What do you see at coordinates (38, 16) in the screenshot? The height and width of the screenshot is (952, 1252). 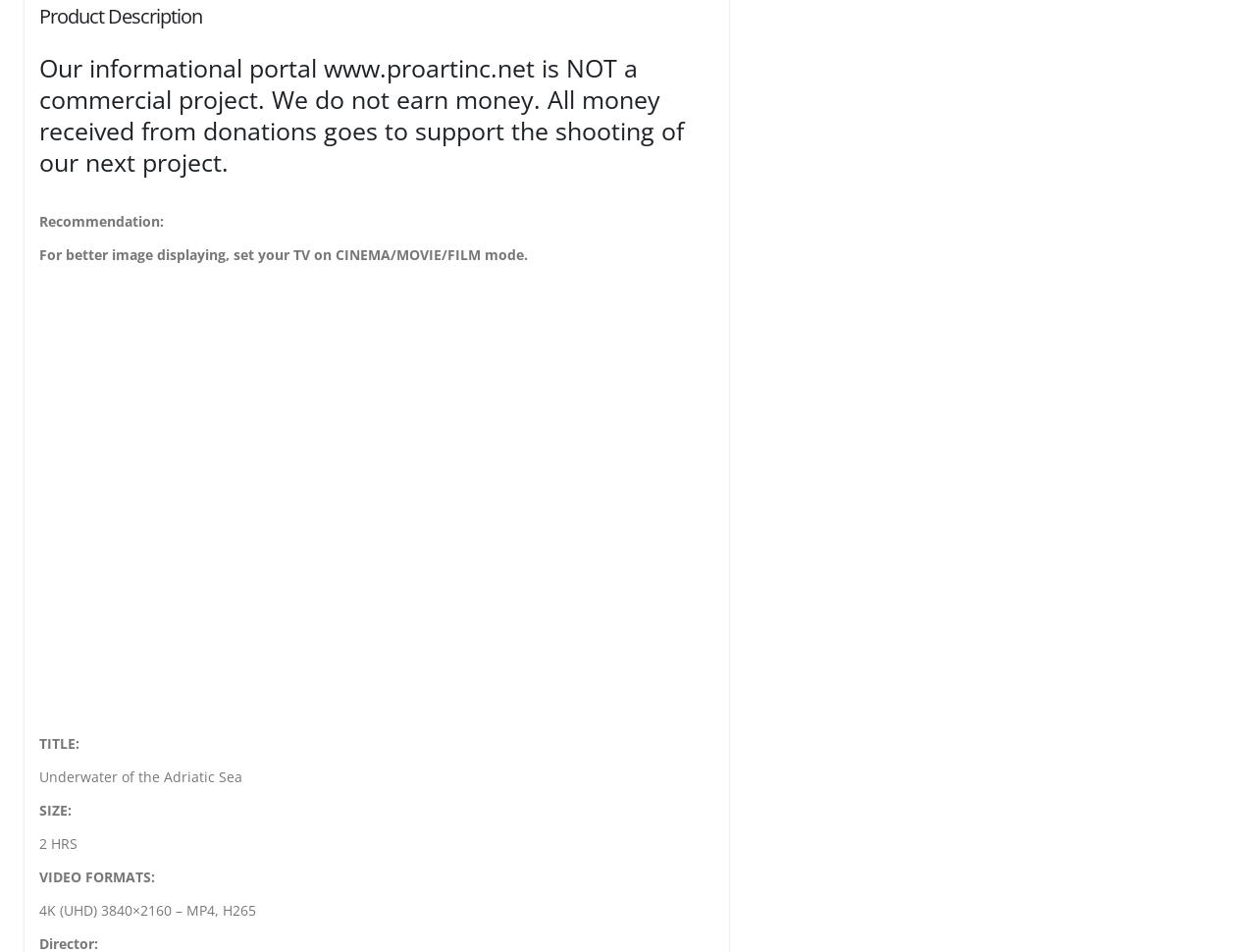 I see `'Product Description'` at bounding box center [38, 16].